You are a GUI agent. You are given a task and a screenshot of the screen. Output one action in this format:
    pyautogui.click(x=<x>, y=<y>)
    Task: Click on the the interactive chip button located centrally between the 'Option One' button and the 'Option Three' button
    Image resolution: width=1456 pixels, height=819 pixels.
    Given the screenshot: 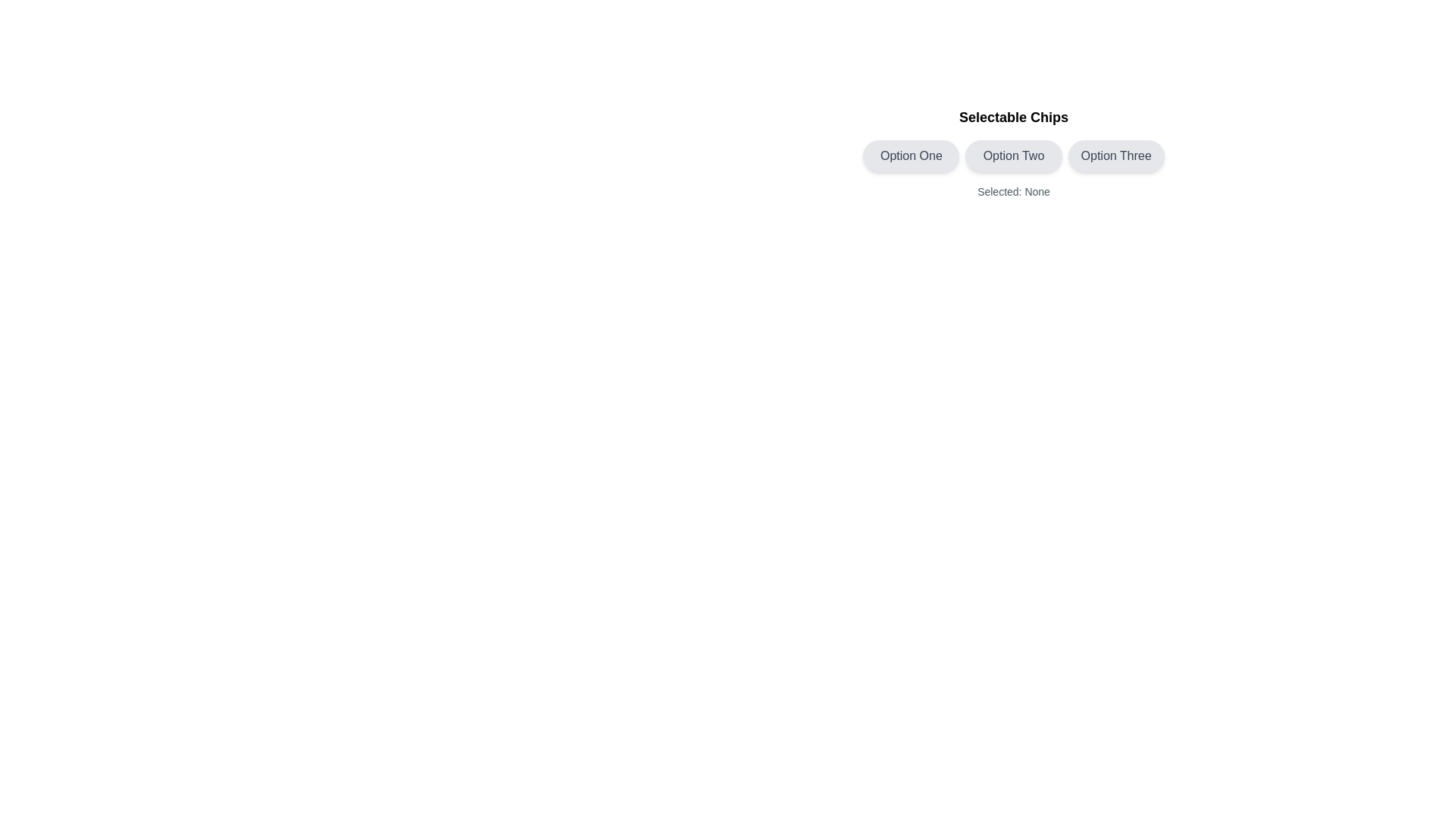 What is the action you would take?
    pyautogui.click(x=1014, y=155)
    